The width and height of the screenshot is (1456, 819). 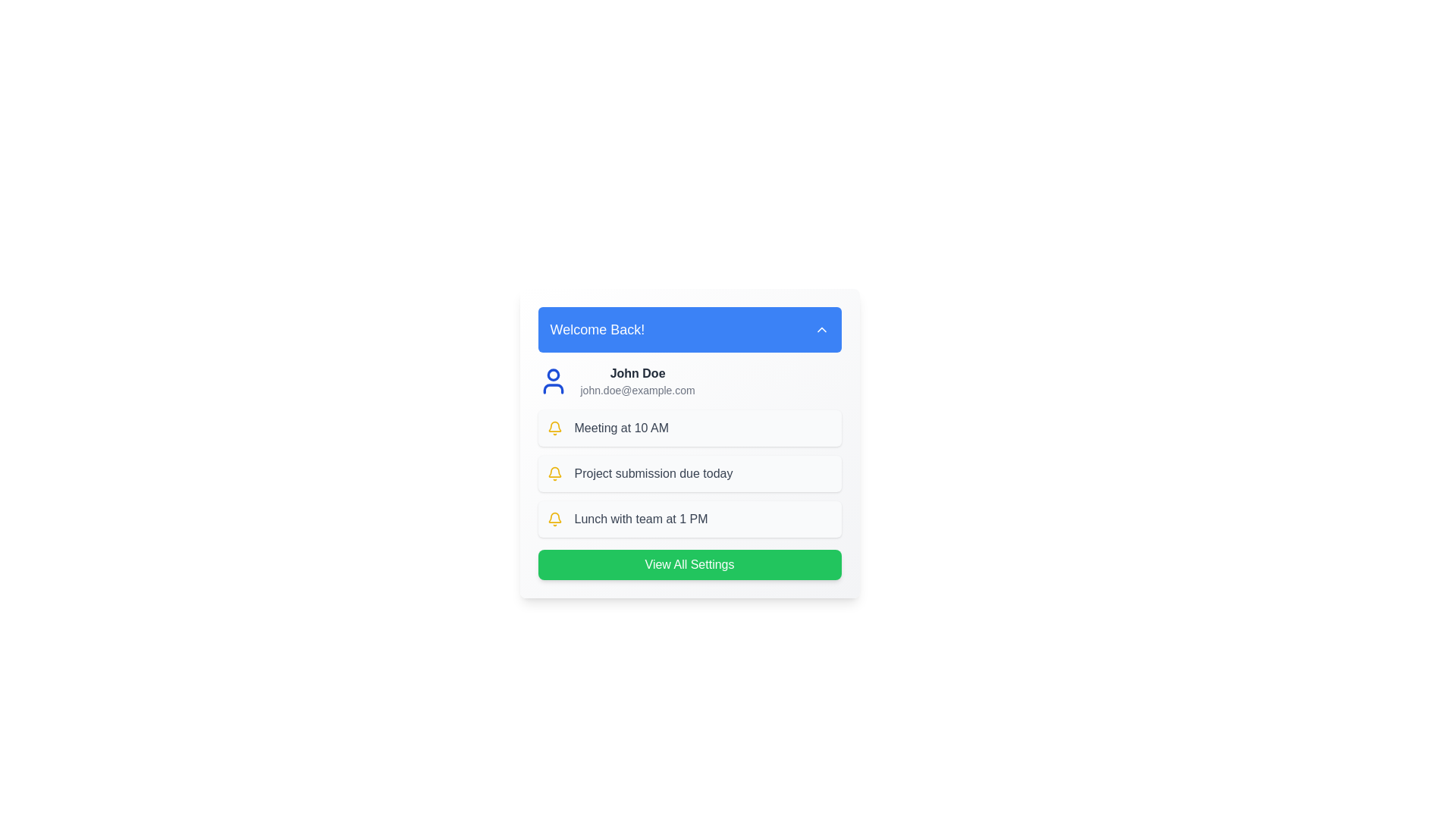 I want to click on the 'Welcome Back!' button to toggle the dropdown menu, so click(x=689, y=329).